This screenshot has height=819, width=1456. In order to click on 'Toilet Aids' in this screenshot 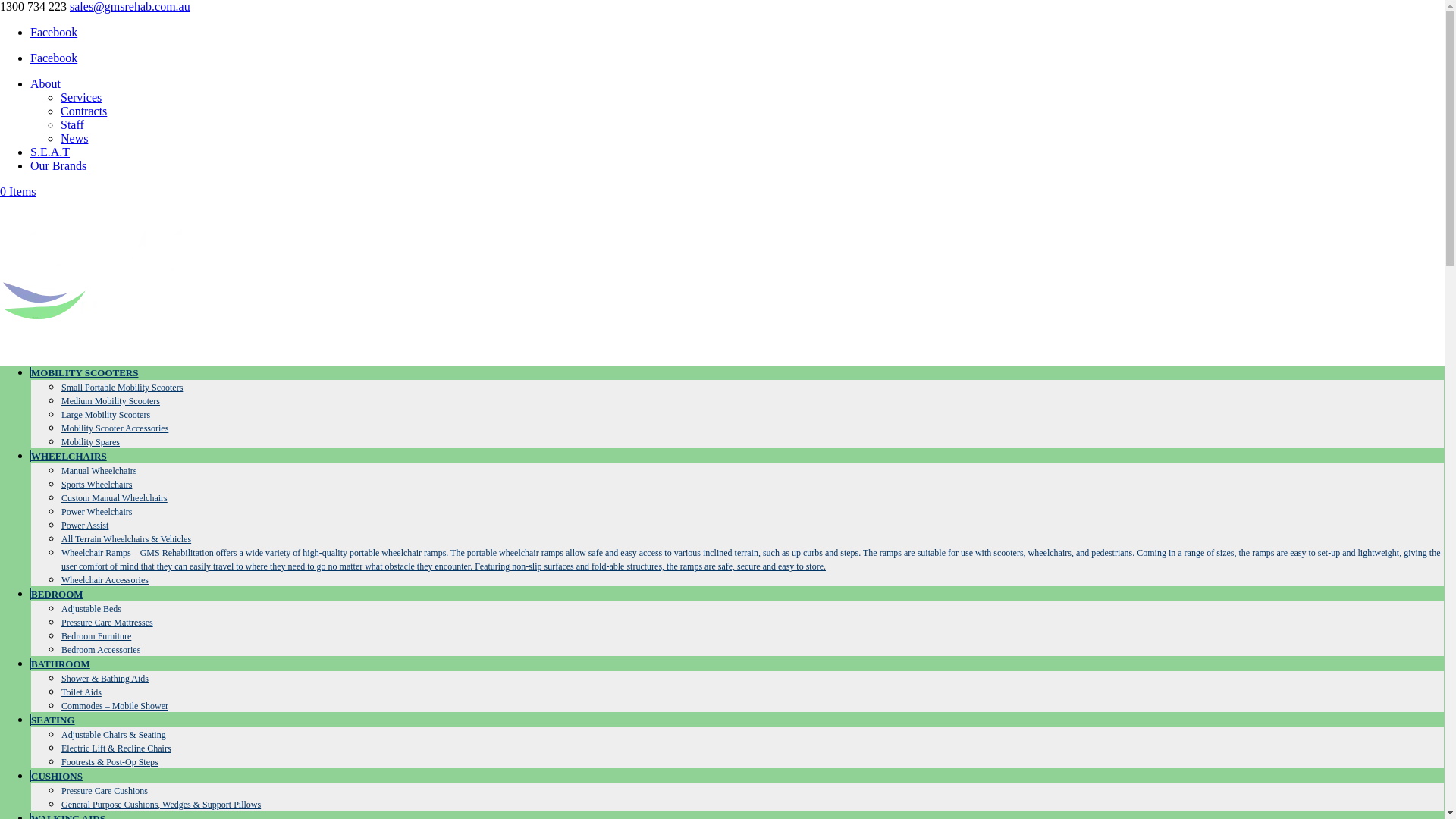, I will do `click(61, 692)`.